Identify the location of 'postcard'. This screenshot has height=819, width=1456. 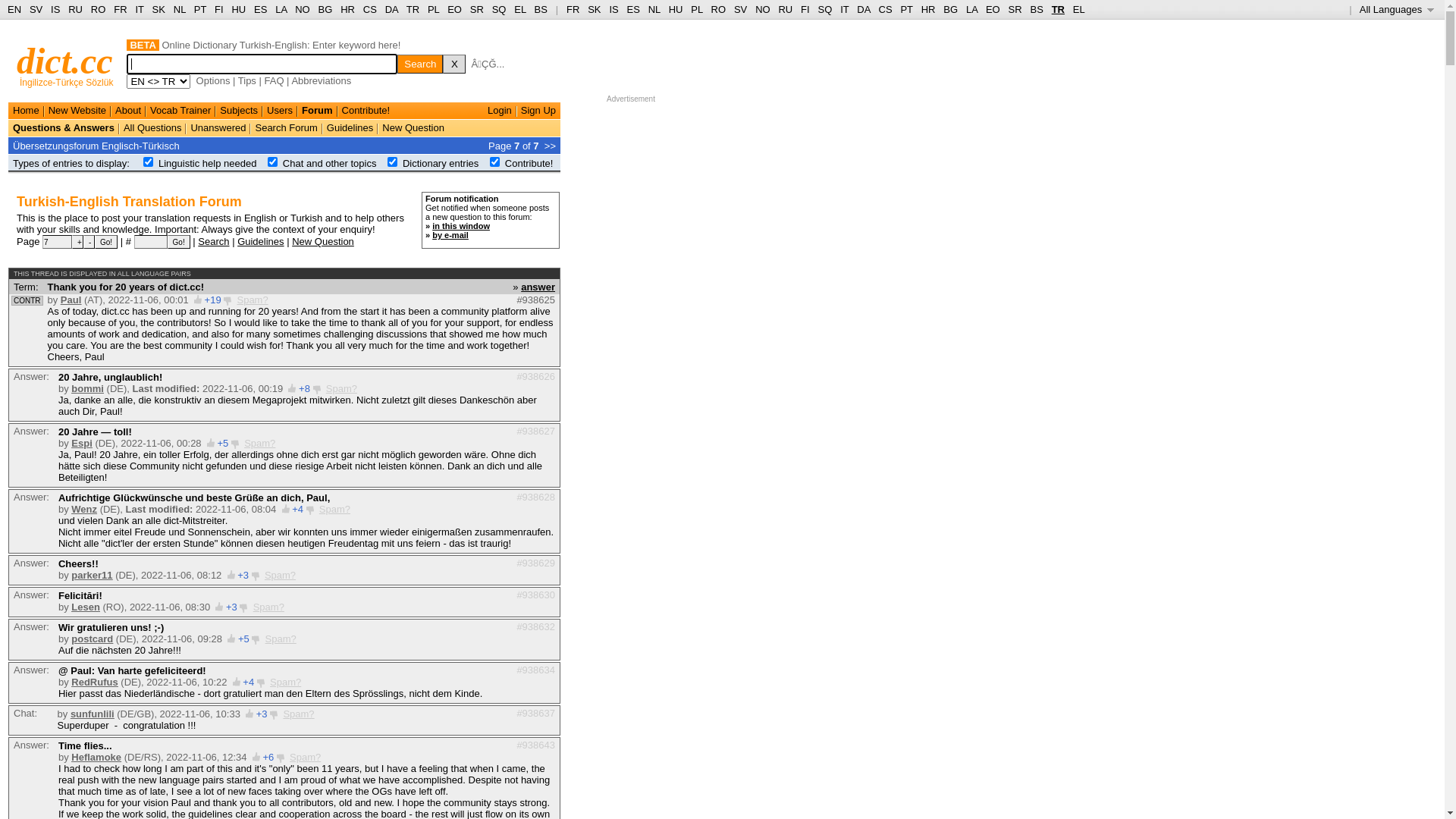
(91, 639).